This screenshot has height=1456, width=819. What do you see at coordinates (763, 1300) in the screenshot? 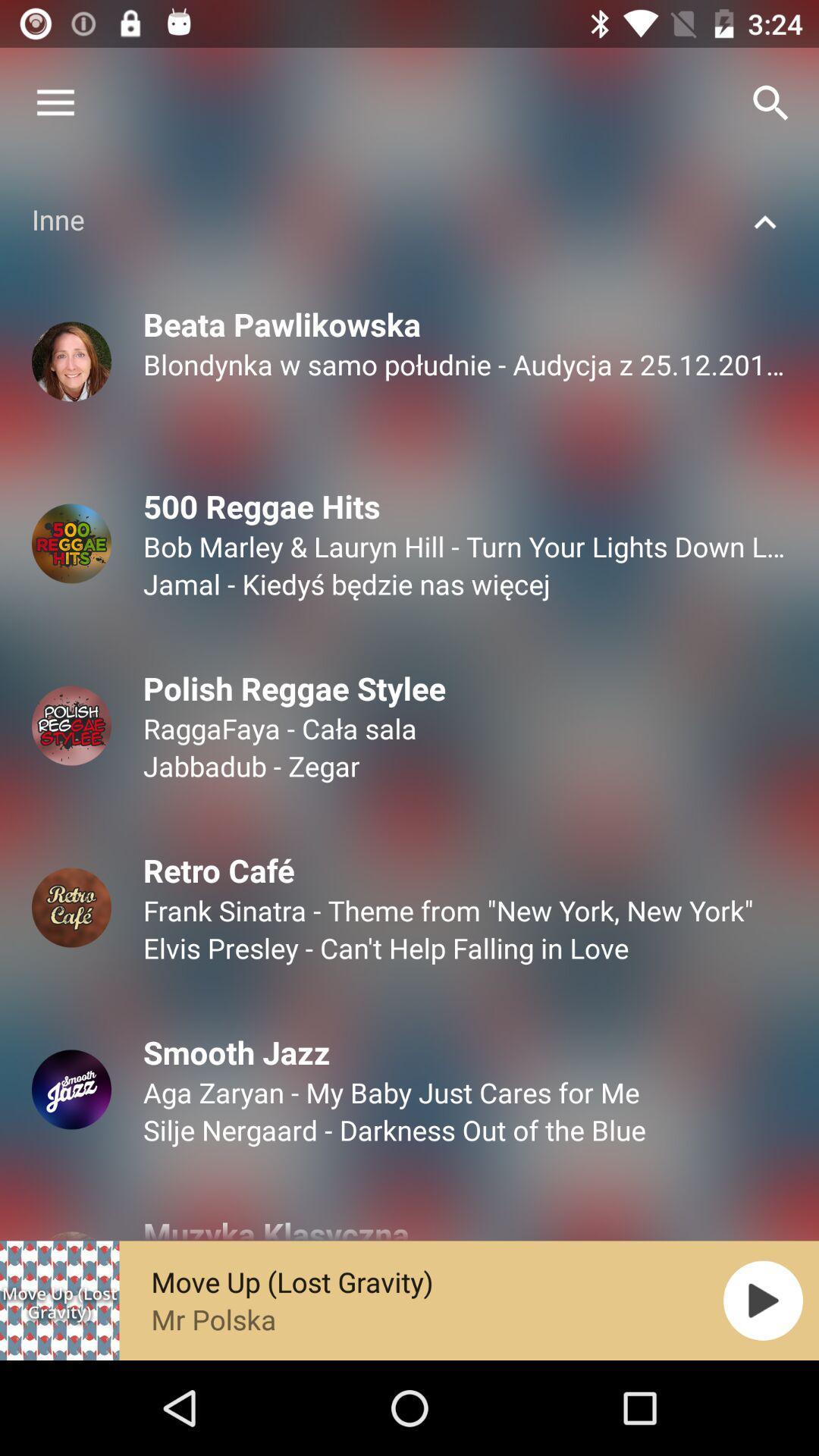
I see `the play icon` at bounding box center [763, 1300].